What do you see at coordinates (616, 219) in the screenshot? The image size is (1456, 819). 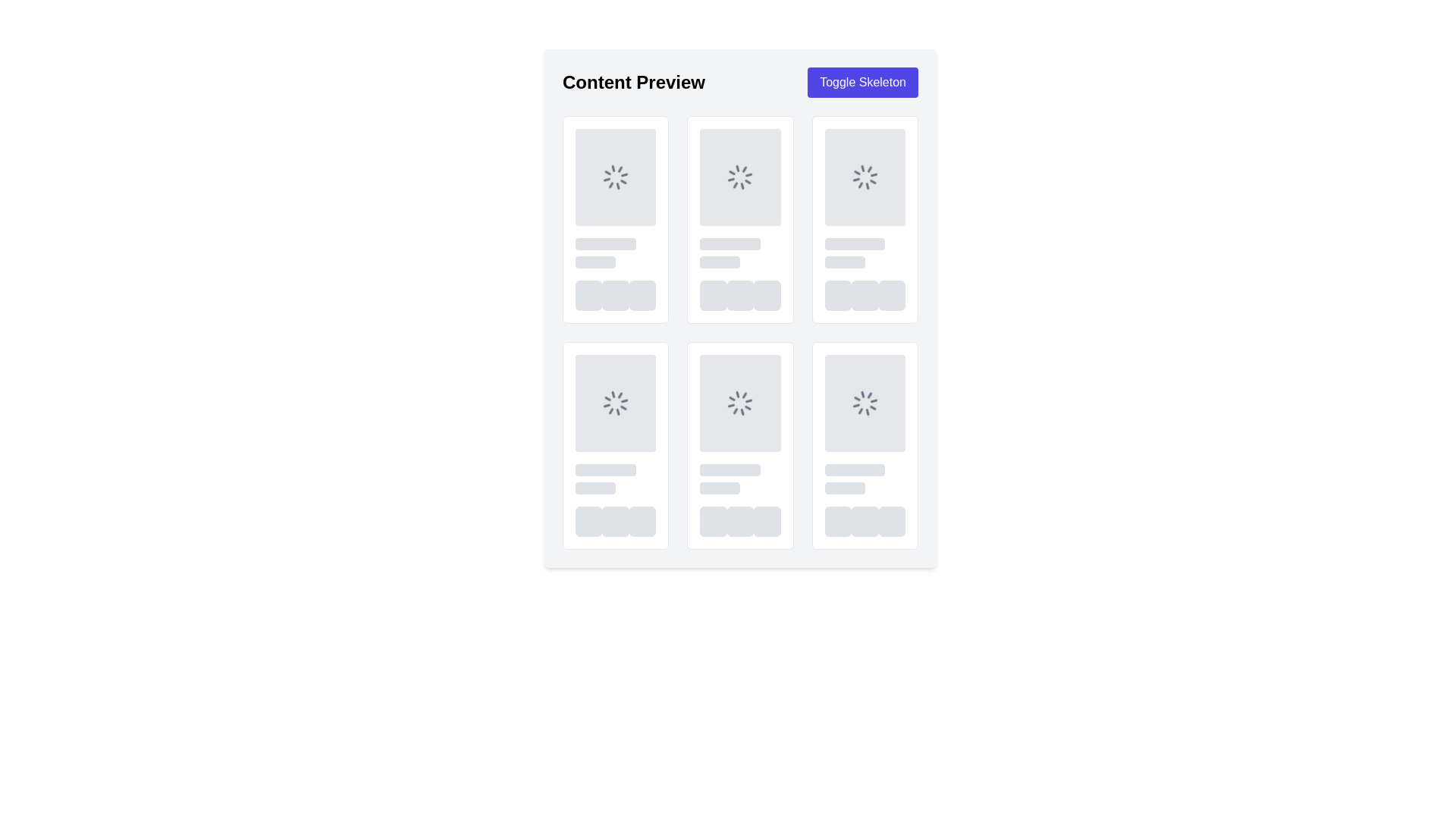 I see `loading status of the content loading placeholder displayed as a spinning loader at the top of the first card in a grid format` at bounding box center [616, 219].